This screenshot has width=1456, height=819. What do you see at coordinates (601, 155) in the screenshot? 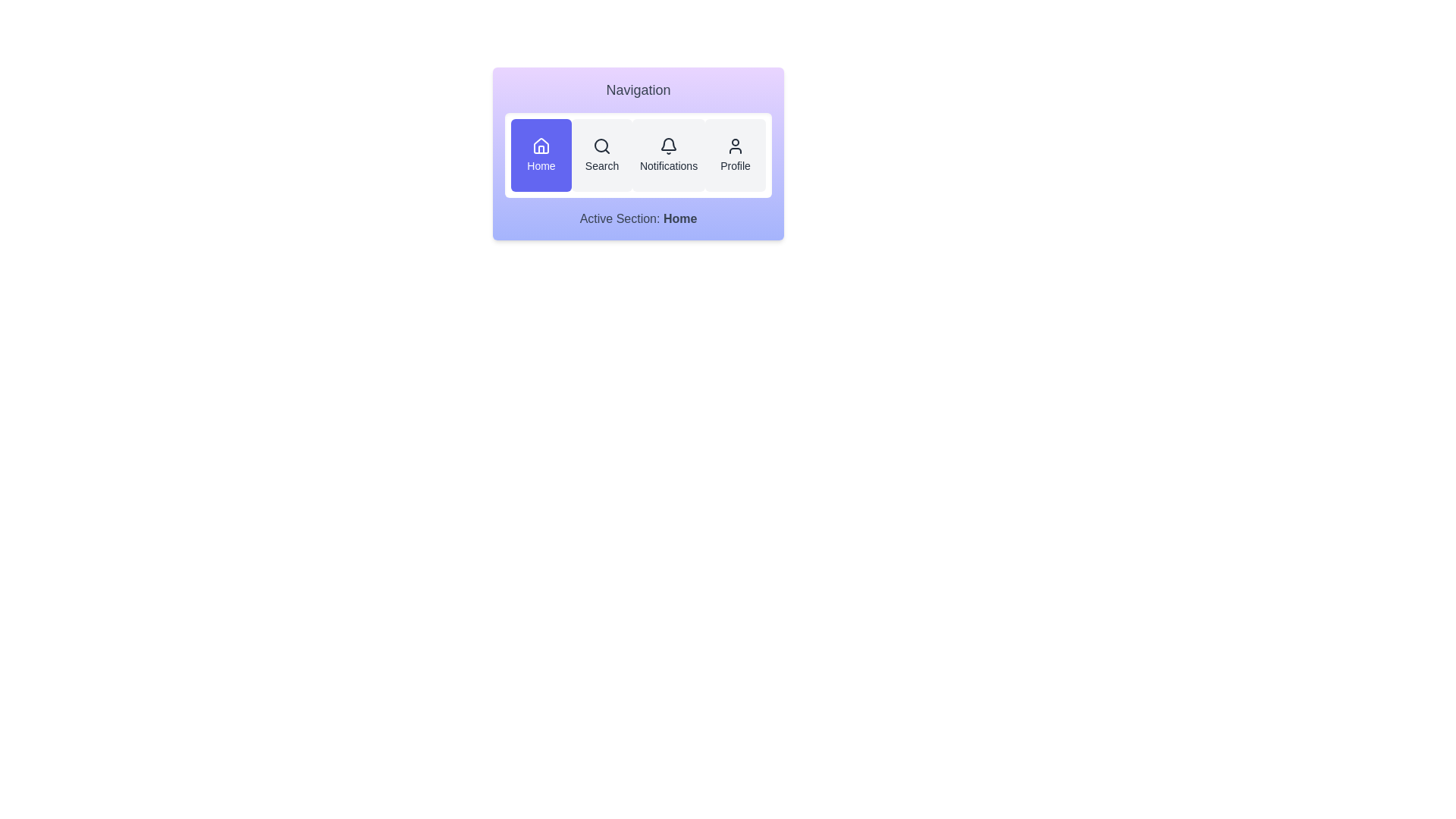
I see `the Search button to activate the corresponding section` at bounding box center [601, 155].